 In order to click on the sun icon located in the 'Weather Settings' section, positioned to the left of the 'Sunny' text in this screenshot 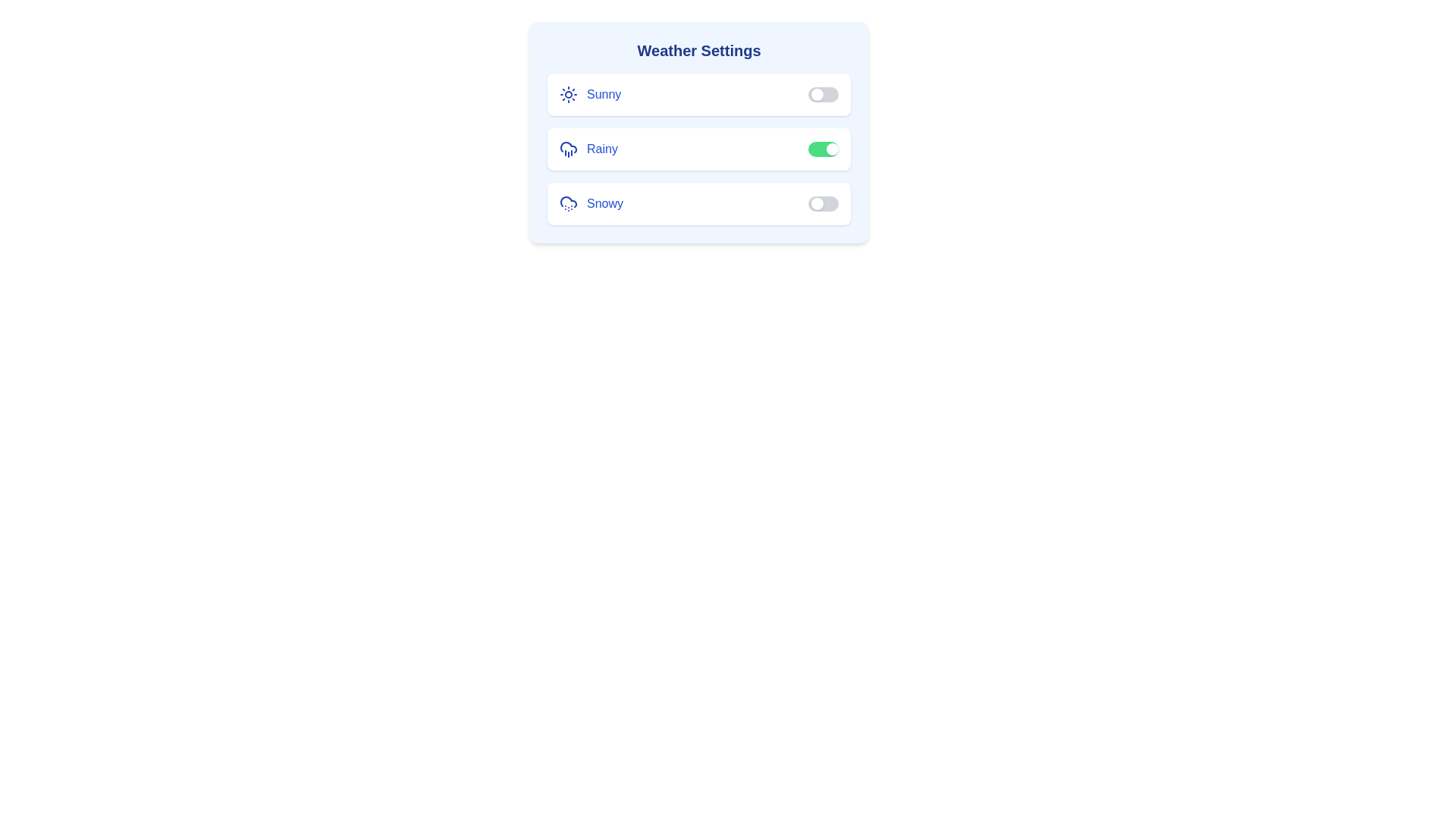, I will do `click(567, 94)`.